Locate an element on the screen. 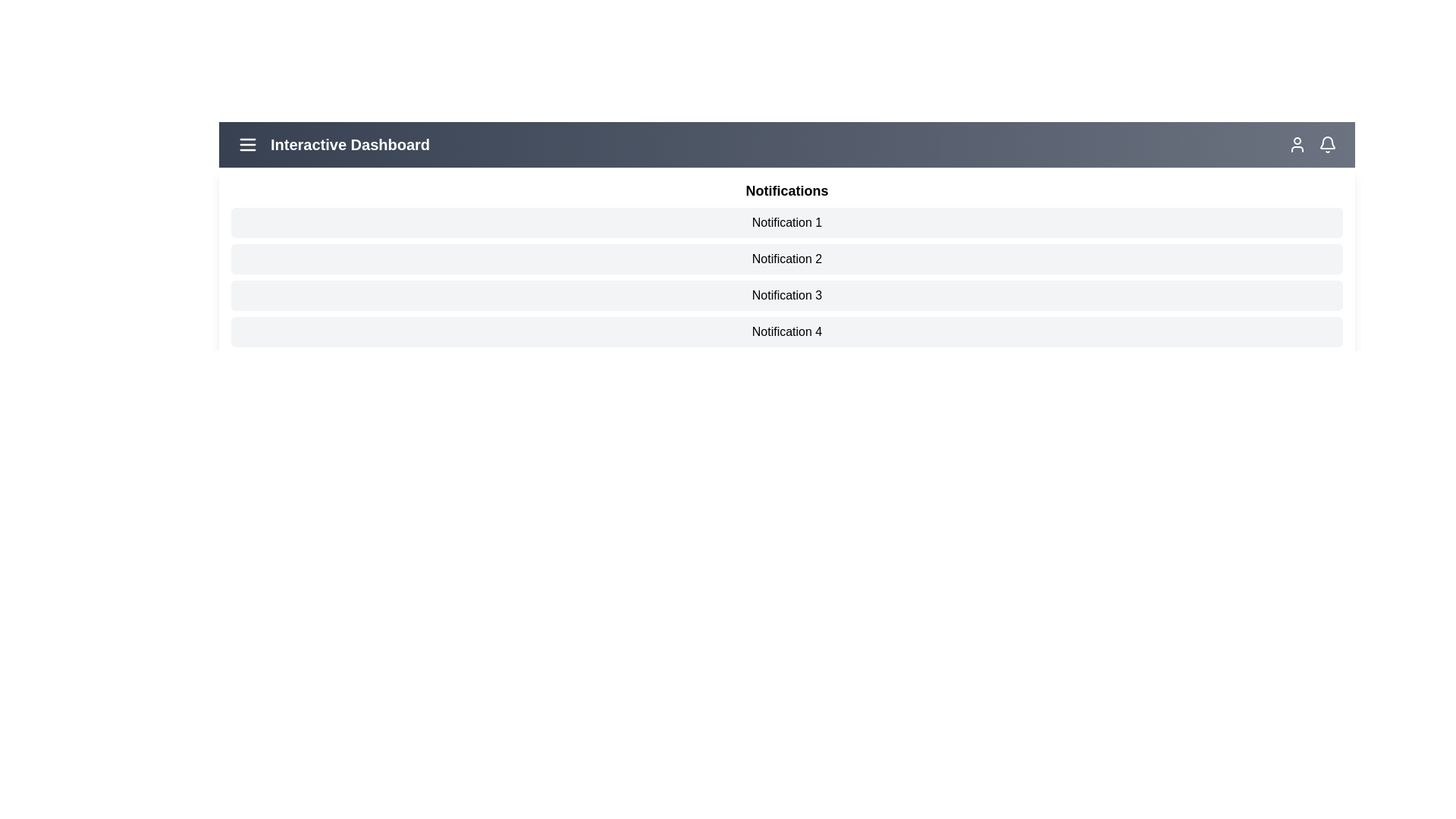 Image resolution: width=1456 pixels, height=819 pixels. the menu icon to open the navigation drawer is located at coordinates (247, 145).